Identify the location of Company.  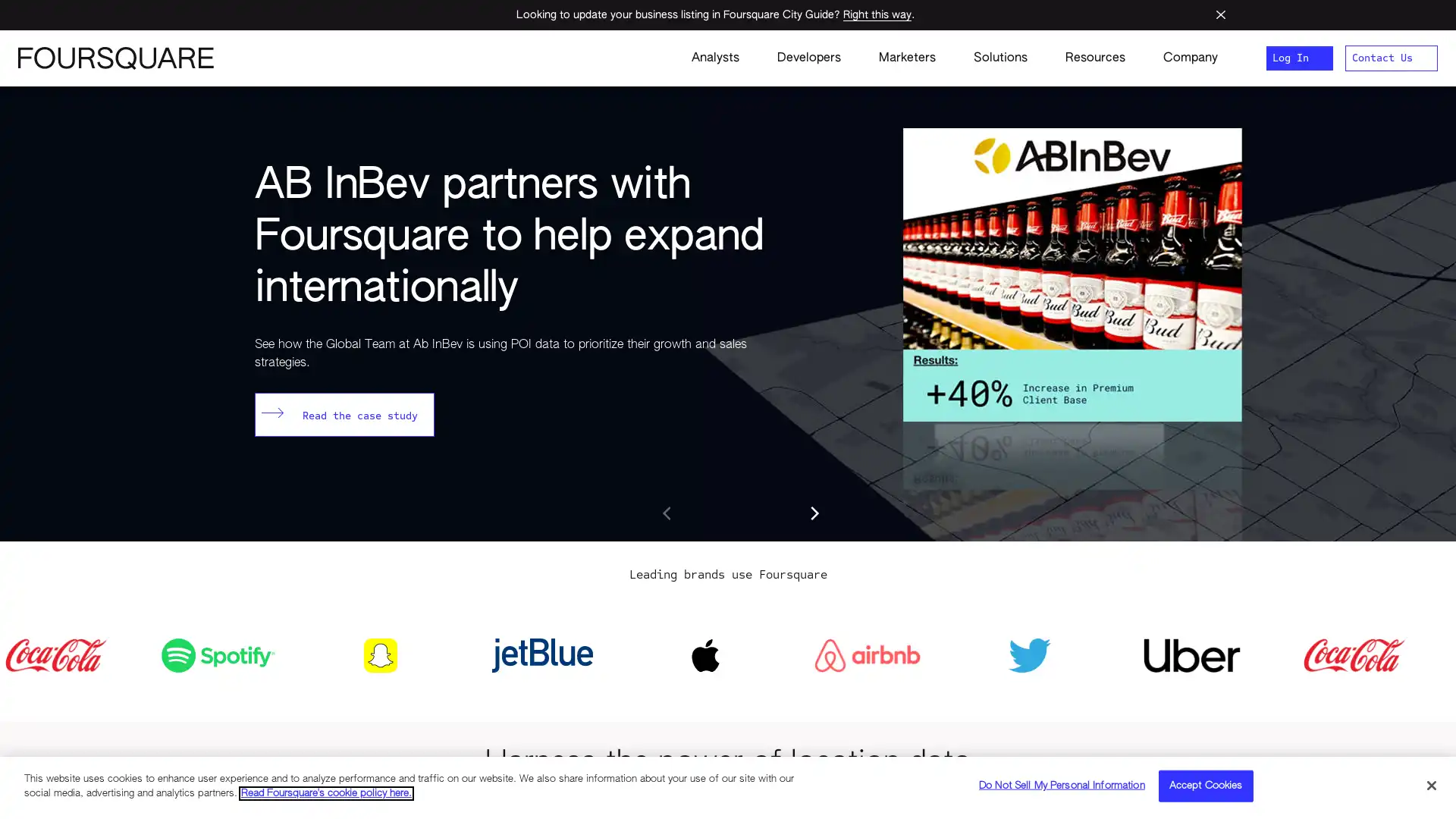
(1180, 58).